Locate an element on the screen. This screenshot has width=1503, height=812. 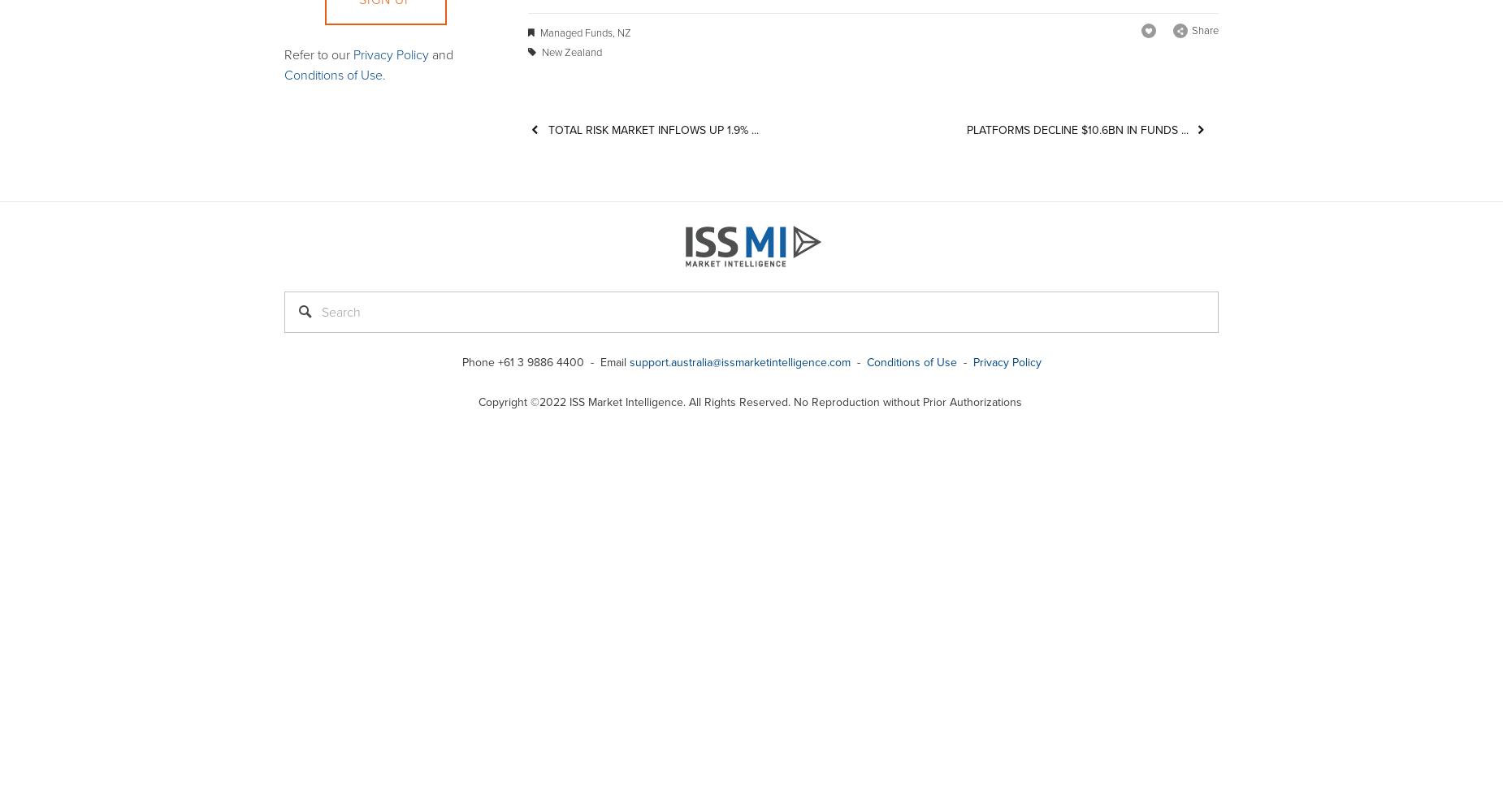
'Phone +61 3 9886 4400  -  Email' is located at coordinates (544, 361).